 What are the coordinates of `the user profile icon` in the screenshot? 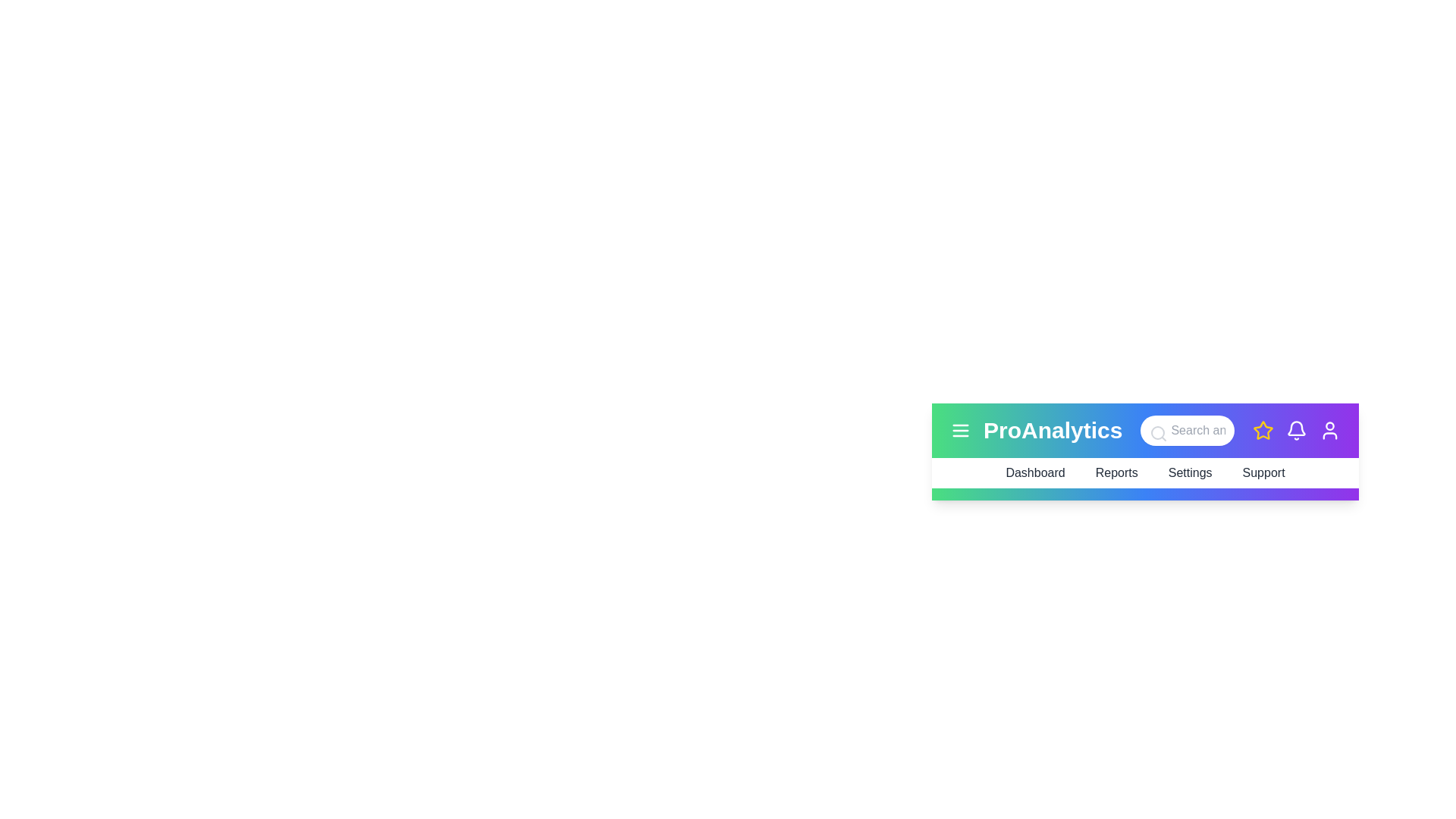 It's located at (1329, 430).